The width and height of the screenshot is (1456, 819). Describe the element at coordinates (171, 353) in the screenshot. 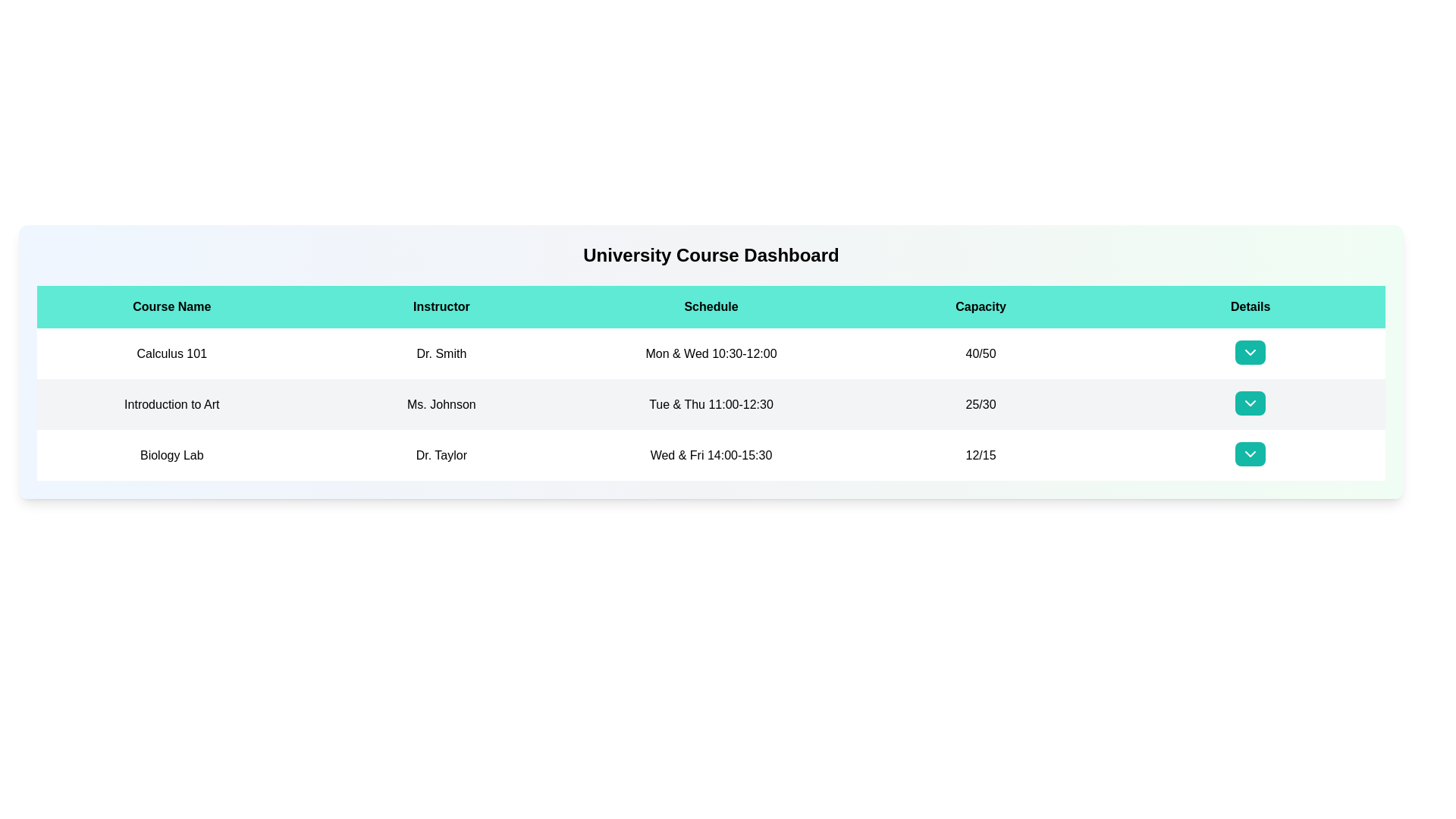

I see `the text label displaying 'Calculus 101' located under the 'Course Name' header in the table` at that location.